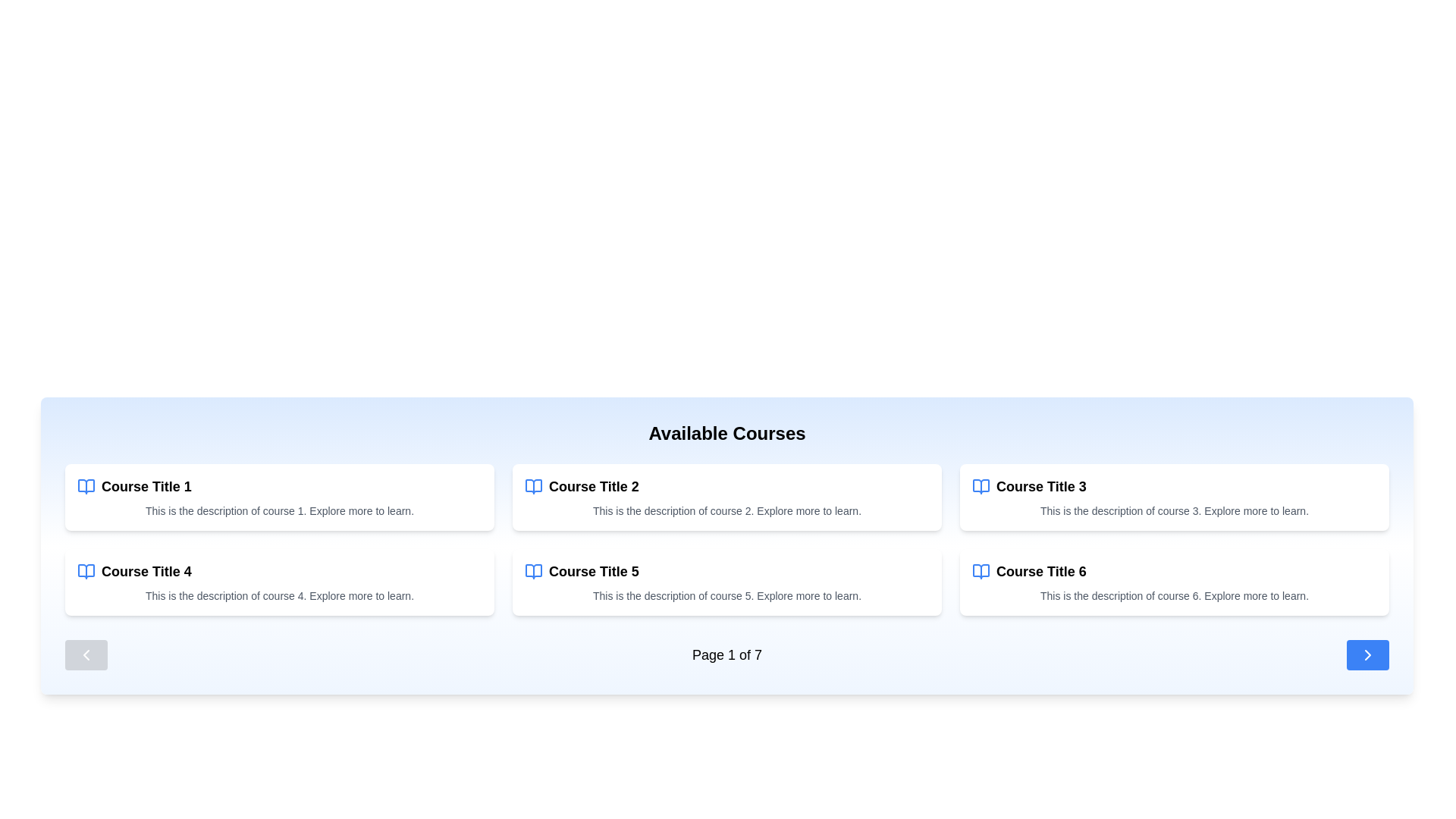 This screenshot has width=1456, height=819. Describe the element at coordinates (86, 486) in the screenshot. I see `the open book icon located next to 'Course Title 1' within the course card in the top-left position of the grid layout` at that location.